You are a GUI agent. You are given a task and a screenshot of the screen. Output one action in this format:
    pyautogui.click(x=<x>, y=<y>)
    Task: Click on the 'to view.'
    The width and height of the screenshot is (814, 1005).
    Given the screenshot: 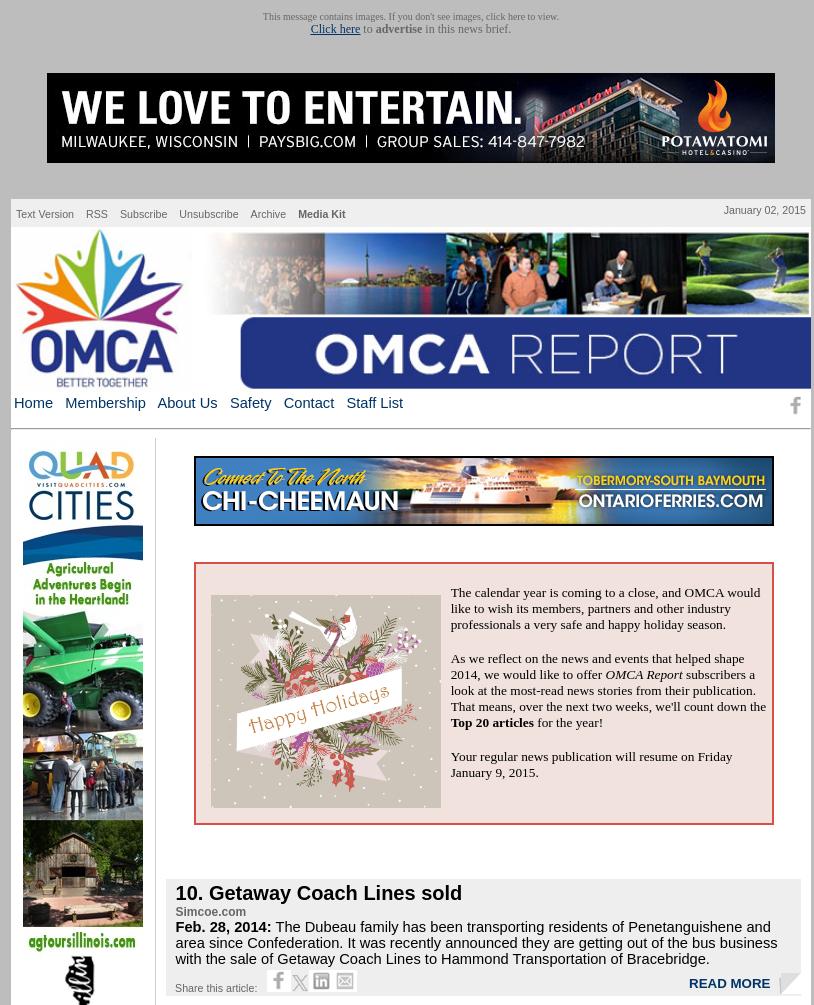 What is the action you would take?
    pyautogui.click(x=540, y=16)
    